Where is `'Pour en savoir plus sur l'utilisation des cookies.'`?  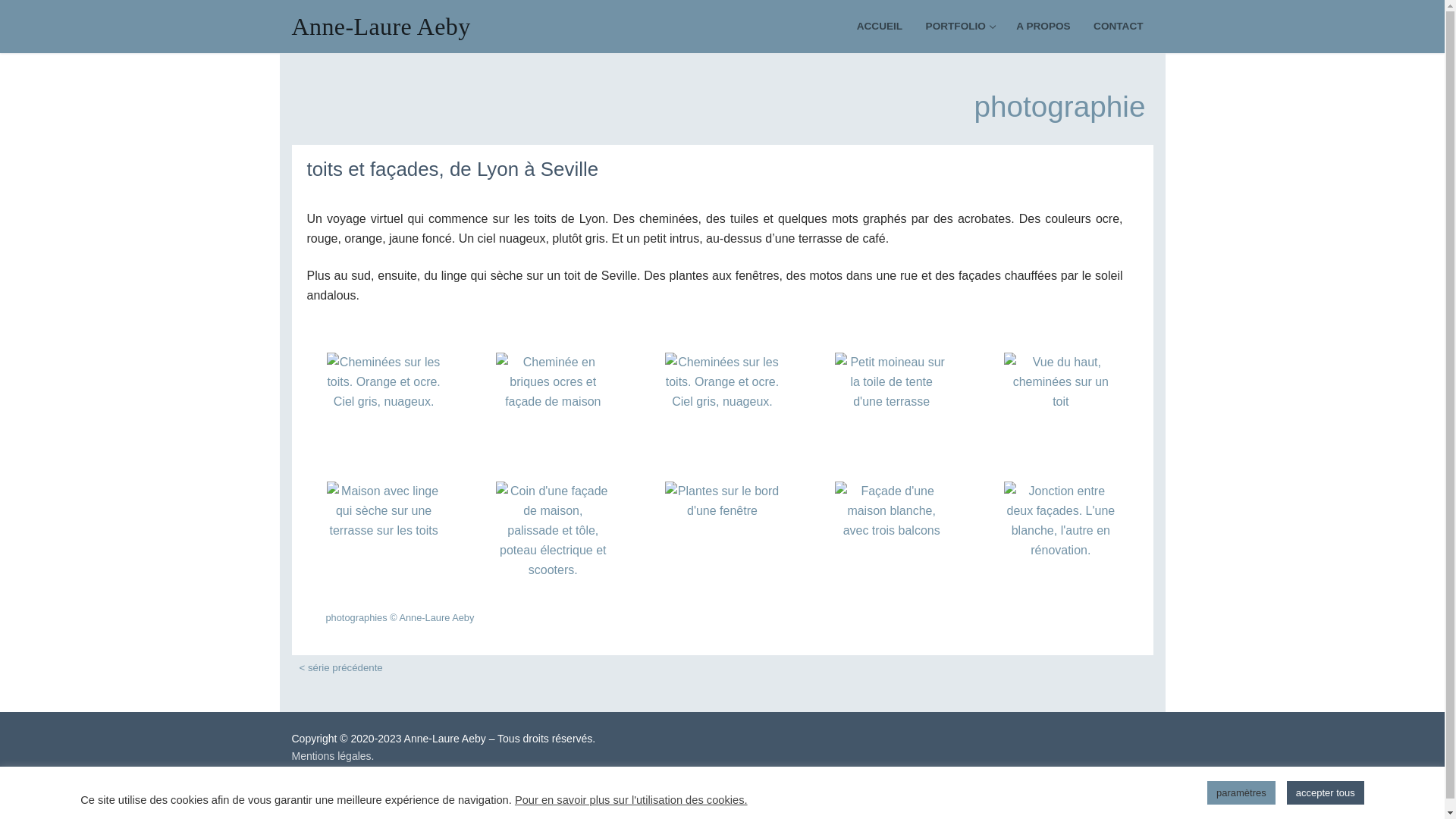 'Pour en savoir plus sur l'utilisation des cookies.' is located at coordinates (631, 798).